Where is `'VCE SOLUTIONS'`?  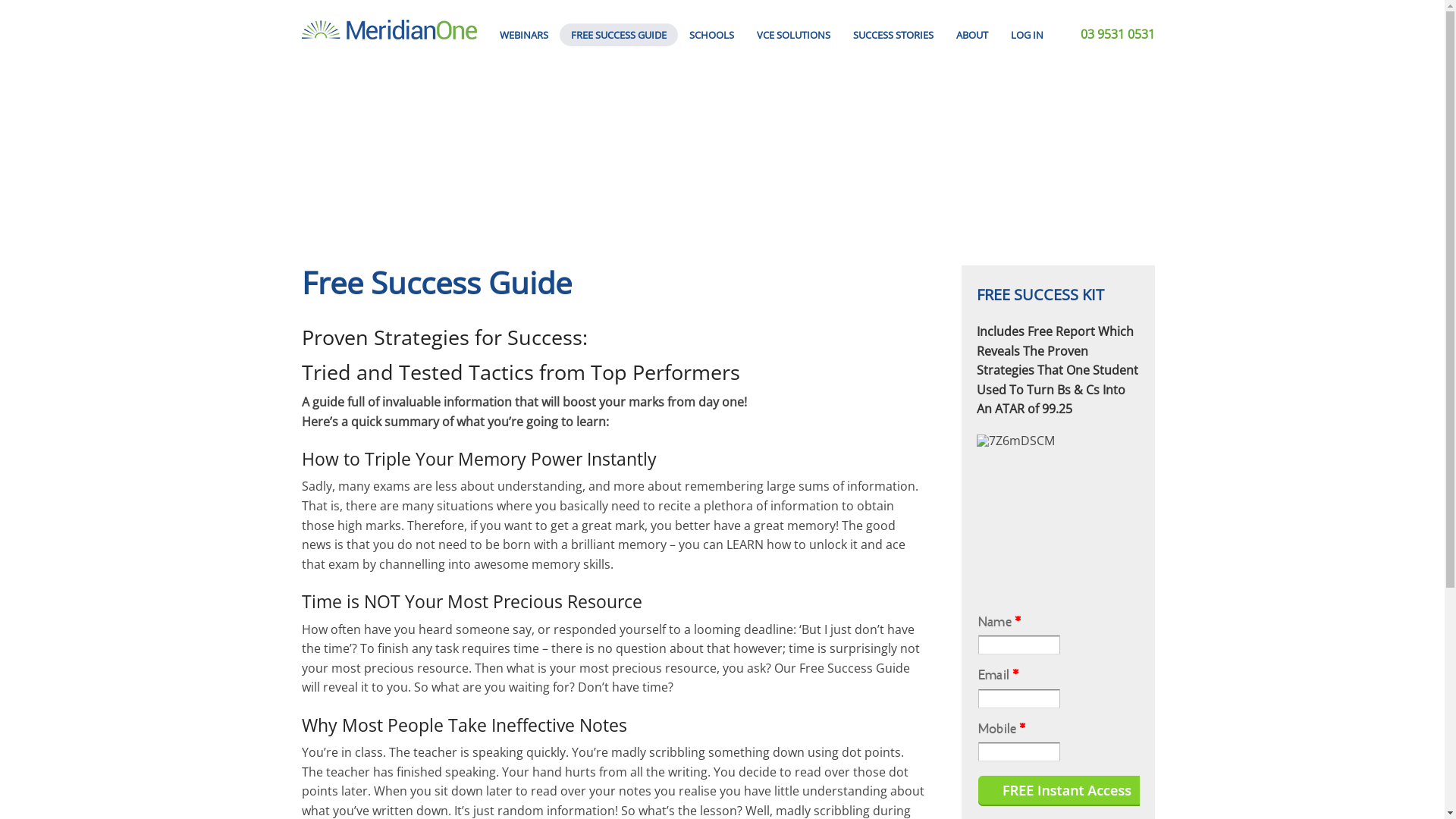
'VCE SOLUTIONS' is located at coordinates (745, 34).